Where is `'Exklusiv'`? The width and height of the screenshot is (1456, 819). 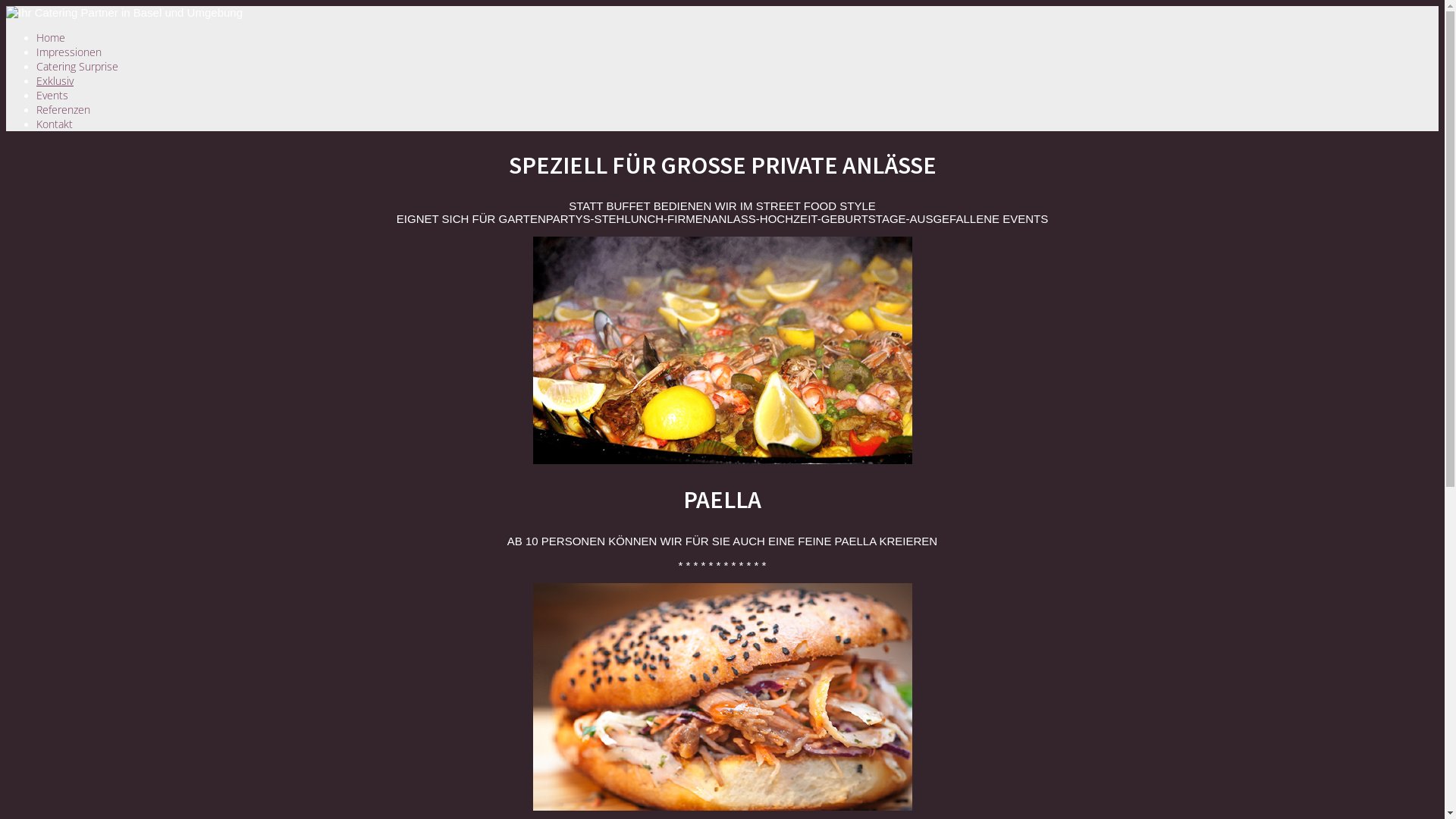 'Exklusiv' is located at coordinates (55, 80).